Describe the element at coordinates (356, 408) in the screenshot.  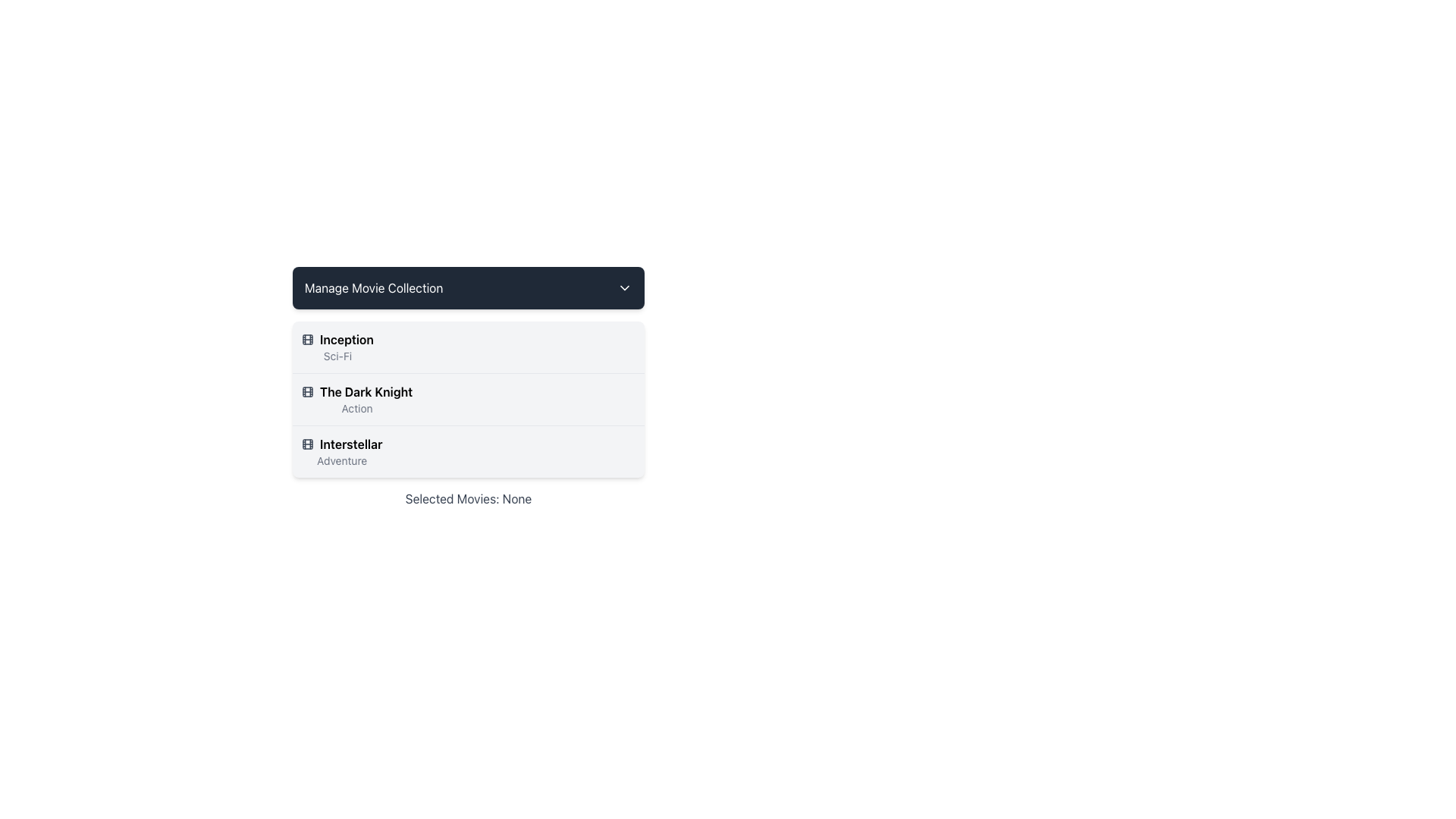
I see `the text label displaying 'Action', which is styled in a smaller gray font and positioned directly below 'The Dark Knight'` at that location.